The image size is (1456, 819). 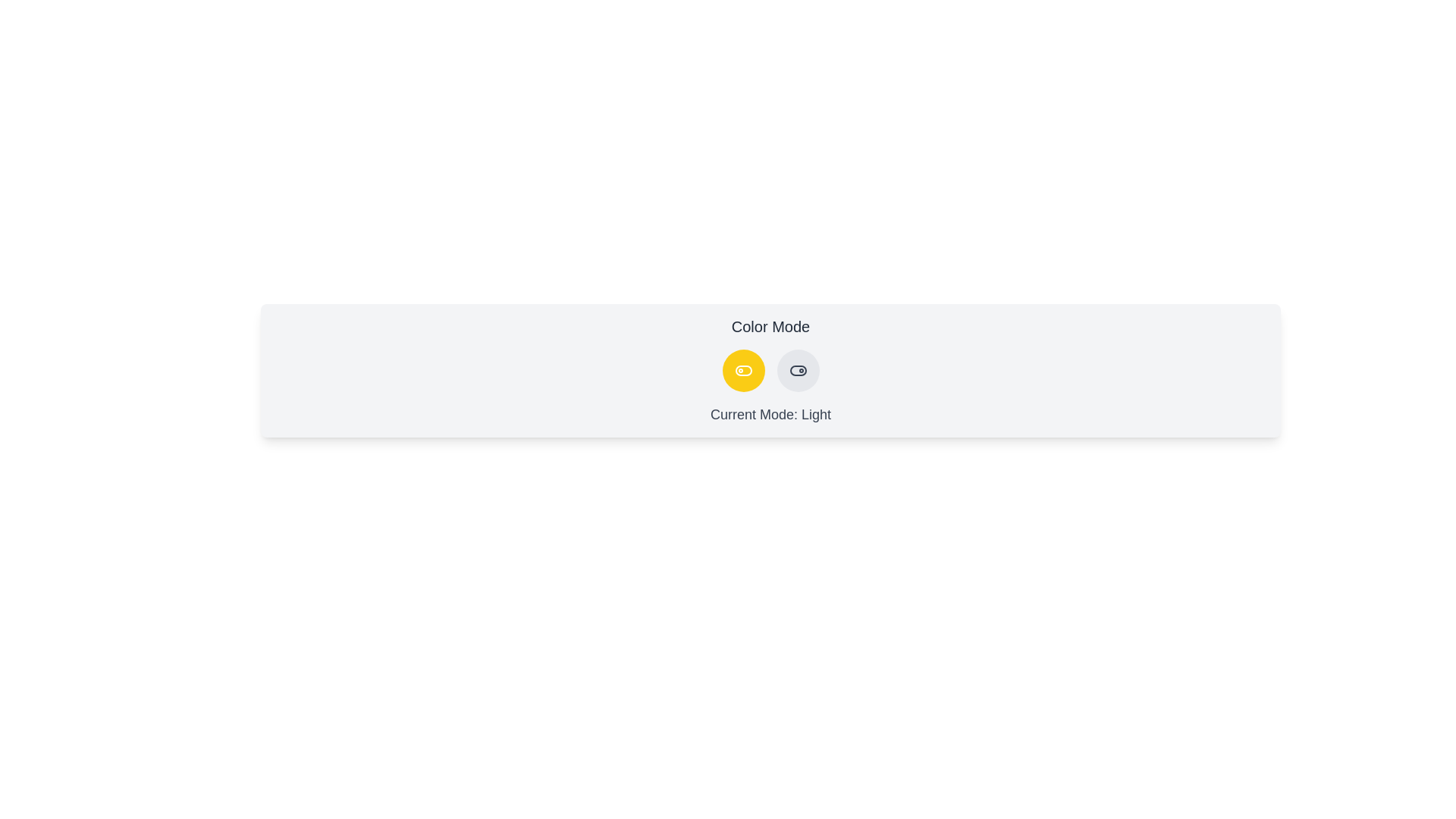 What do you see at coordinates (743, 371) in the screenshot?
I see `the button with mode light` at bounding box center [743, 371].